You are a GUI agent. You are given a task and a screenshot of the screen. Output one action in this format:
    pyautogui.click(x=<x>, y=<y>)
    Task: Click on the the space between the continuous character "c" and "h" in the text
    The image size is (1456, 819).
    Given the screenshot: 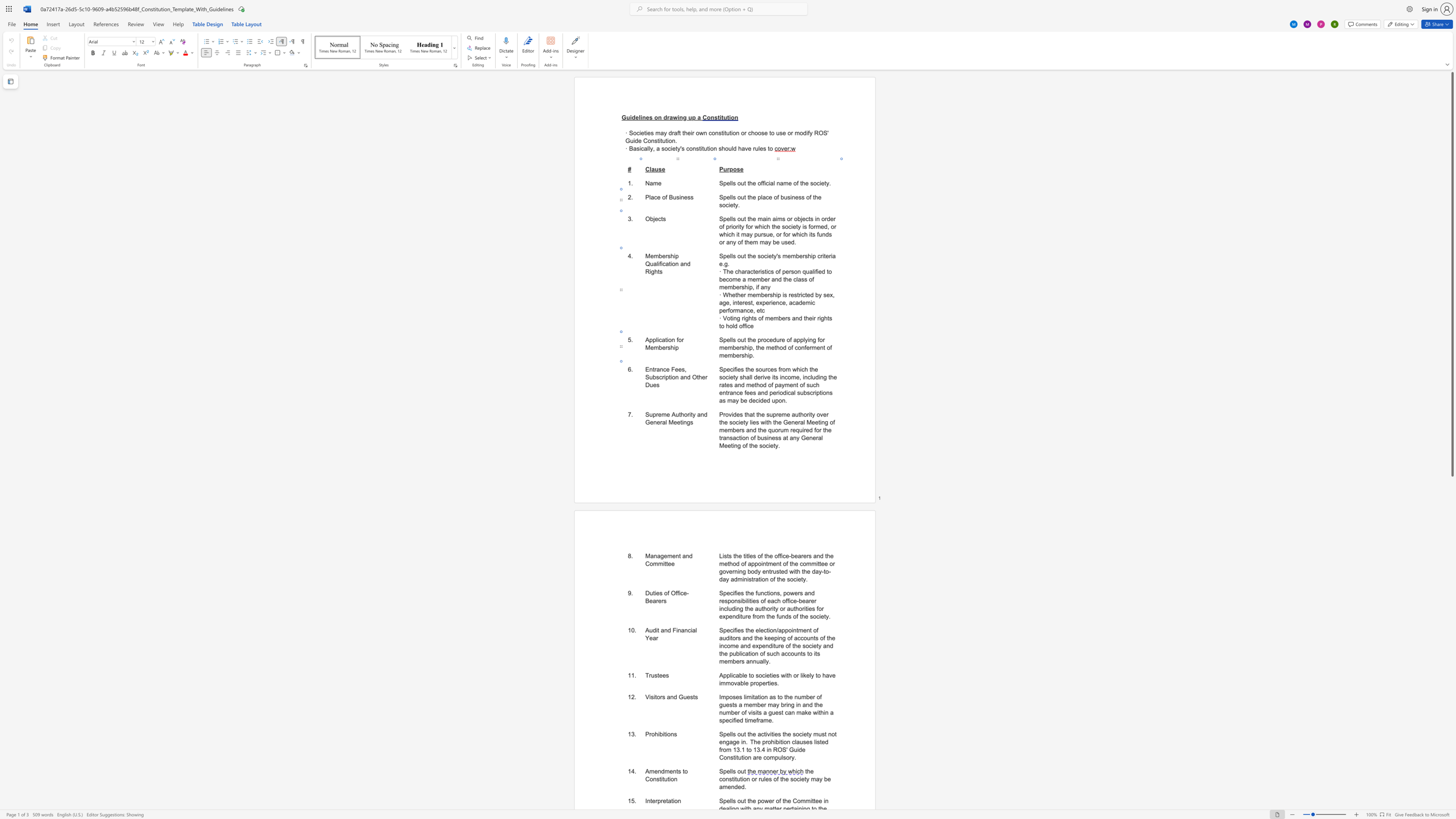 What is the action you would take?
    pyautogui.click(x=775, y=654)
    